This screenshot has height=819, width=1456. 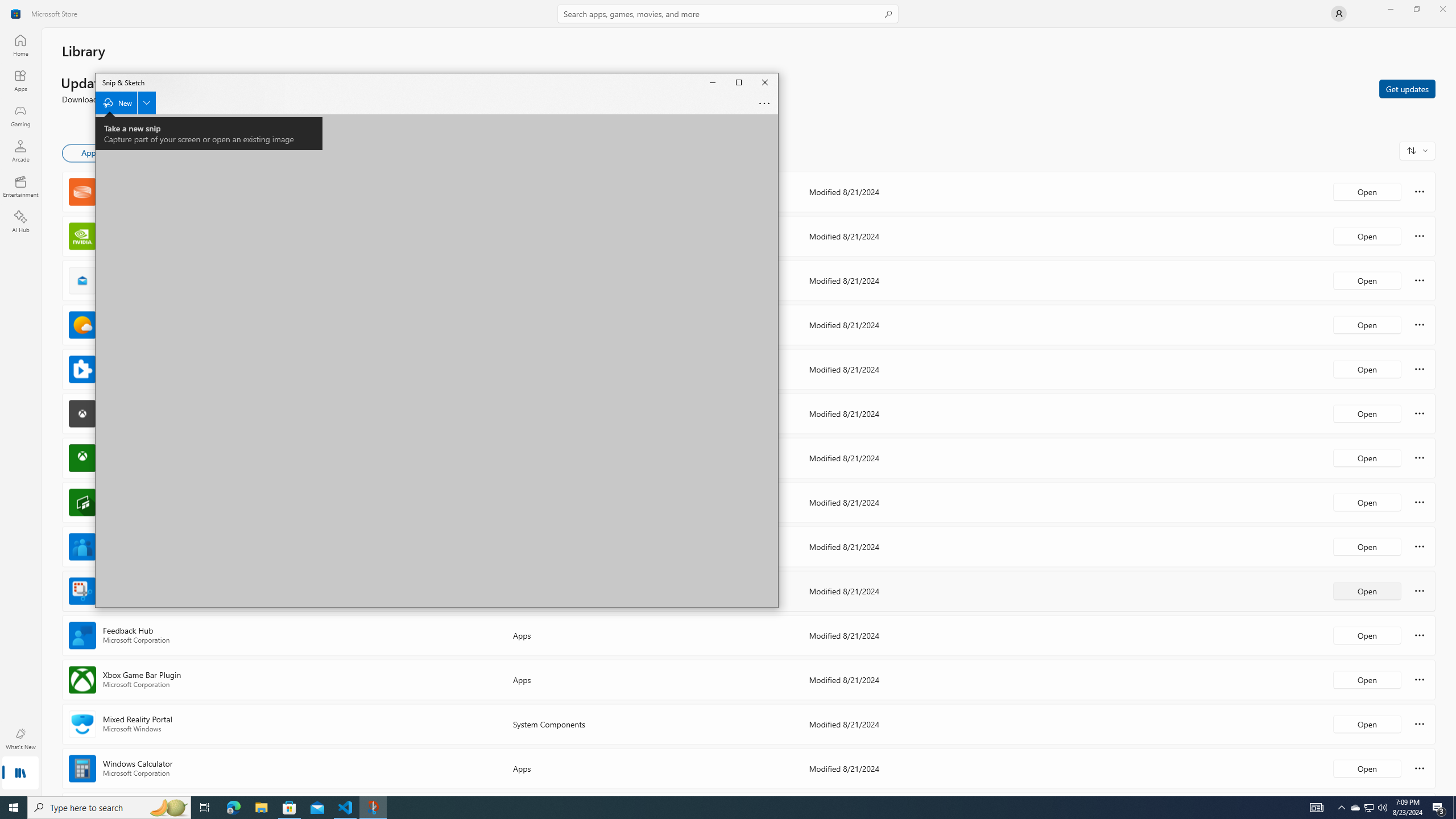 I want to click on 'User profile', so click(x=1338, y=13).